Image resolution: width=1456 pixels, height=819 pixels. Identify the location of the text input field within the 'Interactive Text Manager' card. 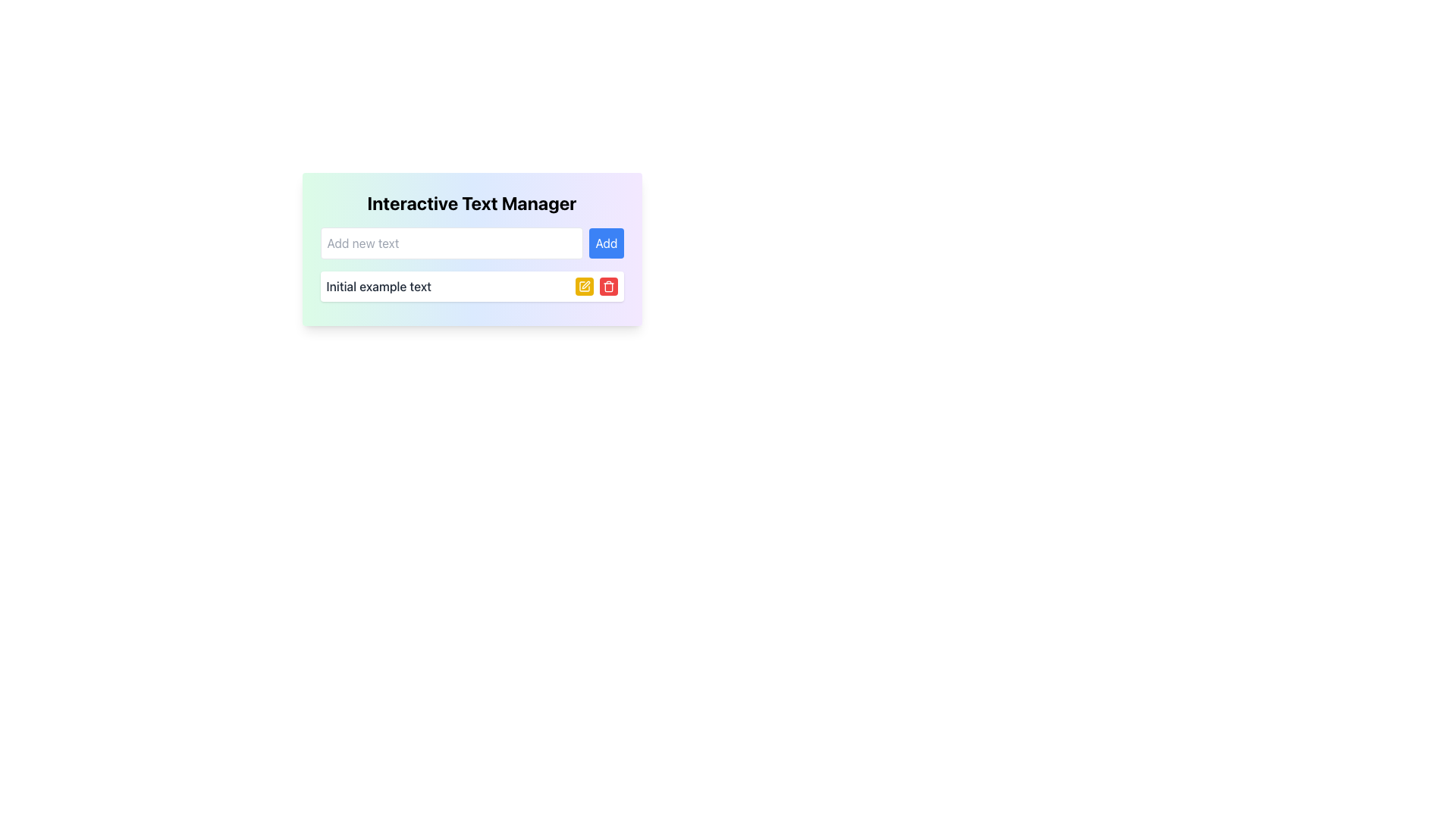
(471, 242).